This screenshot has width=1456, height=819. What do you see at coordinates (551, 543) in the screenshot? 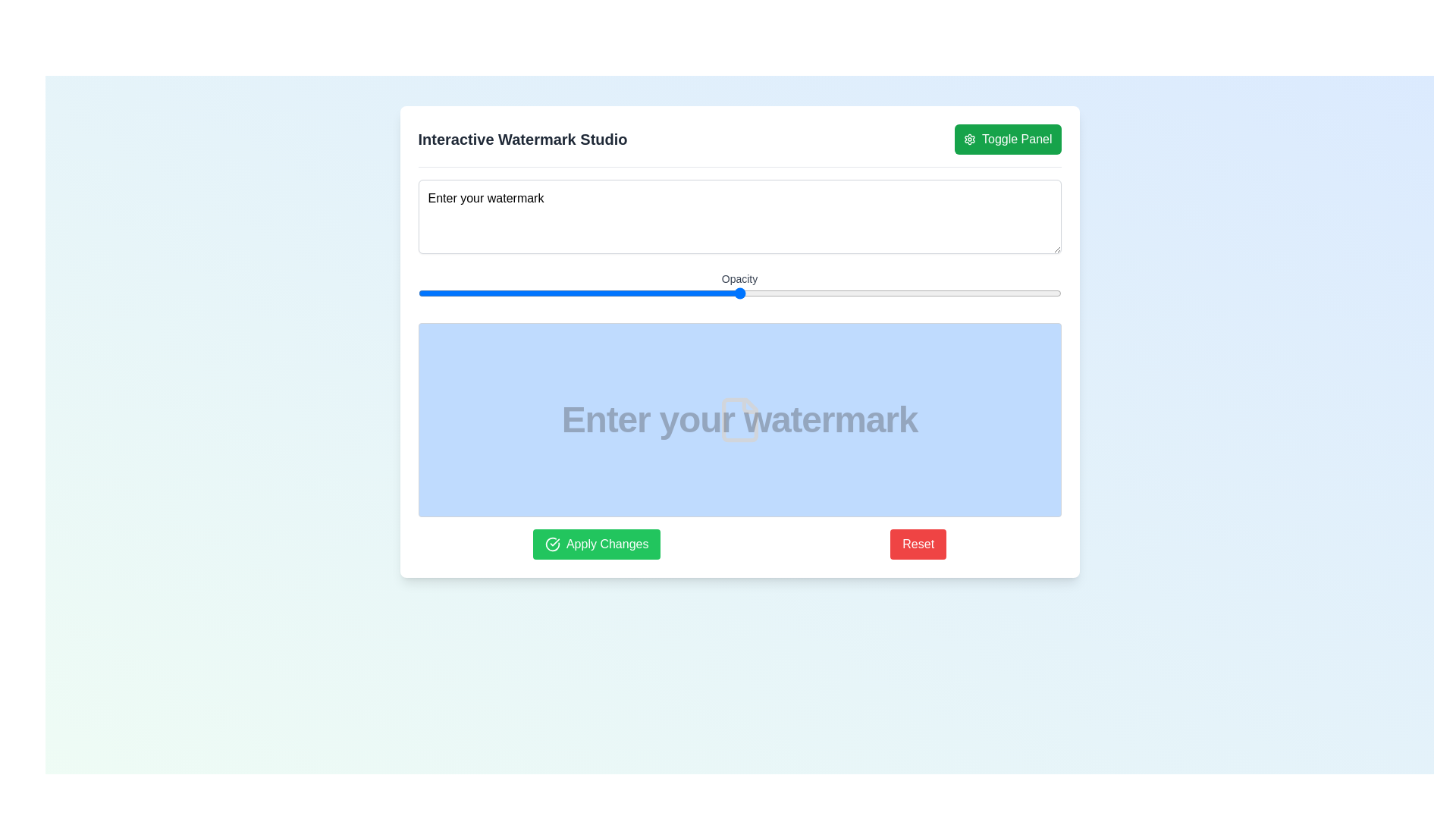
I see `the icon that indicates the 'Apply Changes' action, which is located to the left of the text within a green rectangular button at the bottom left area of the interface` at bounding box center [551, 543].